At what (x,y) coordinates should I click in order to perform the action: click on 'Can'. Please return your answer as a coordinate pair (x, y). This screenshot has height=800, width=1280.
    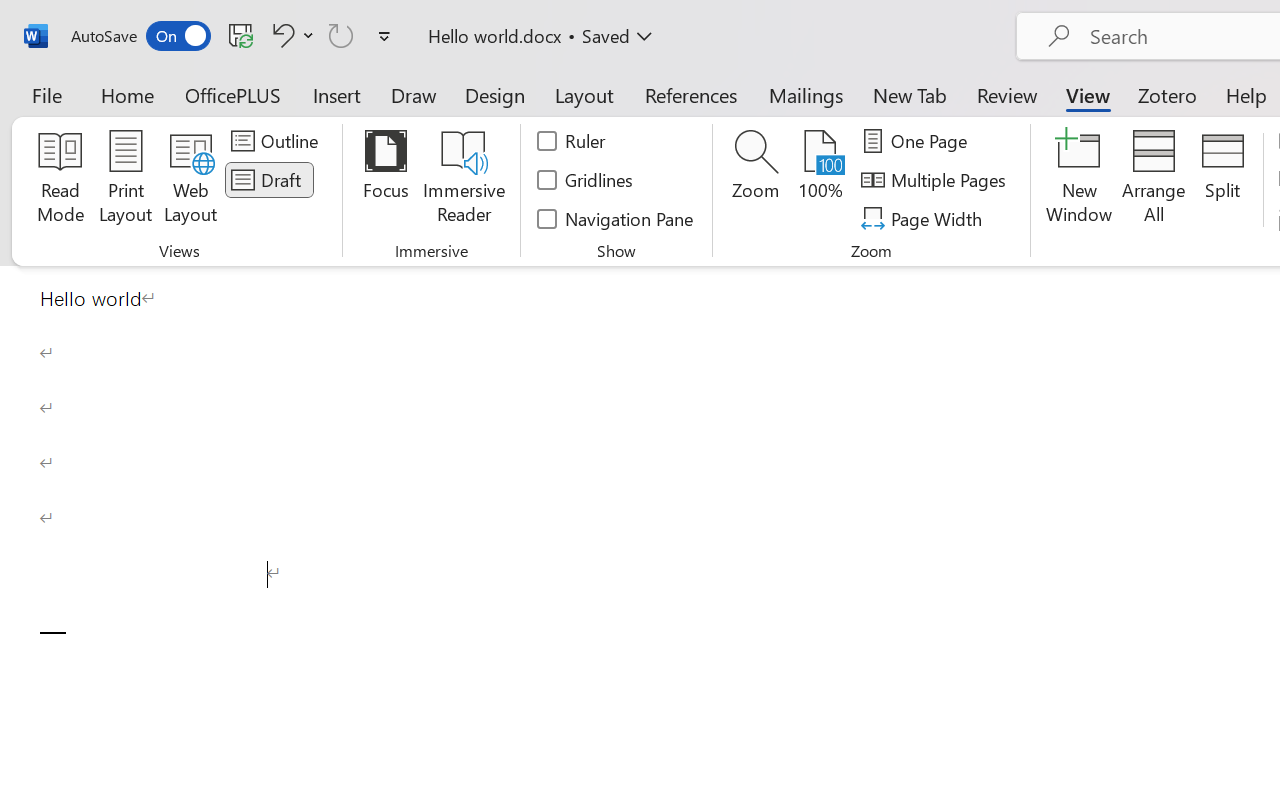
    Looking at the image, I should click on (341, 34).